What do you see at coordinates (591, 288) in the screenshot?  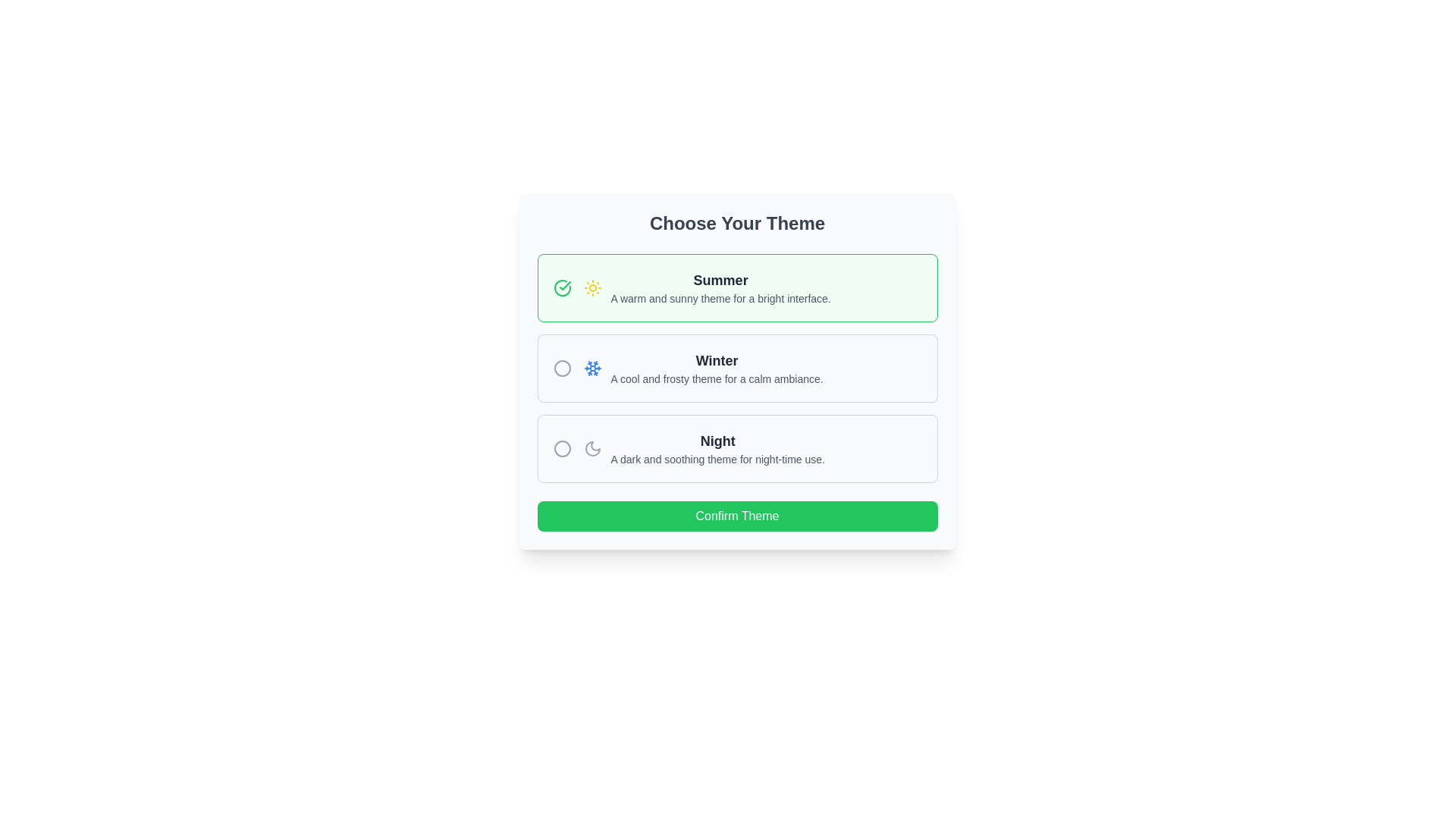 I see `the 'Summer' theme icon located to the left of the text 'Summer' in the 'Choose Your Theme' section` at bounding box center [591, 288].